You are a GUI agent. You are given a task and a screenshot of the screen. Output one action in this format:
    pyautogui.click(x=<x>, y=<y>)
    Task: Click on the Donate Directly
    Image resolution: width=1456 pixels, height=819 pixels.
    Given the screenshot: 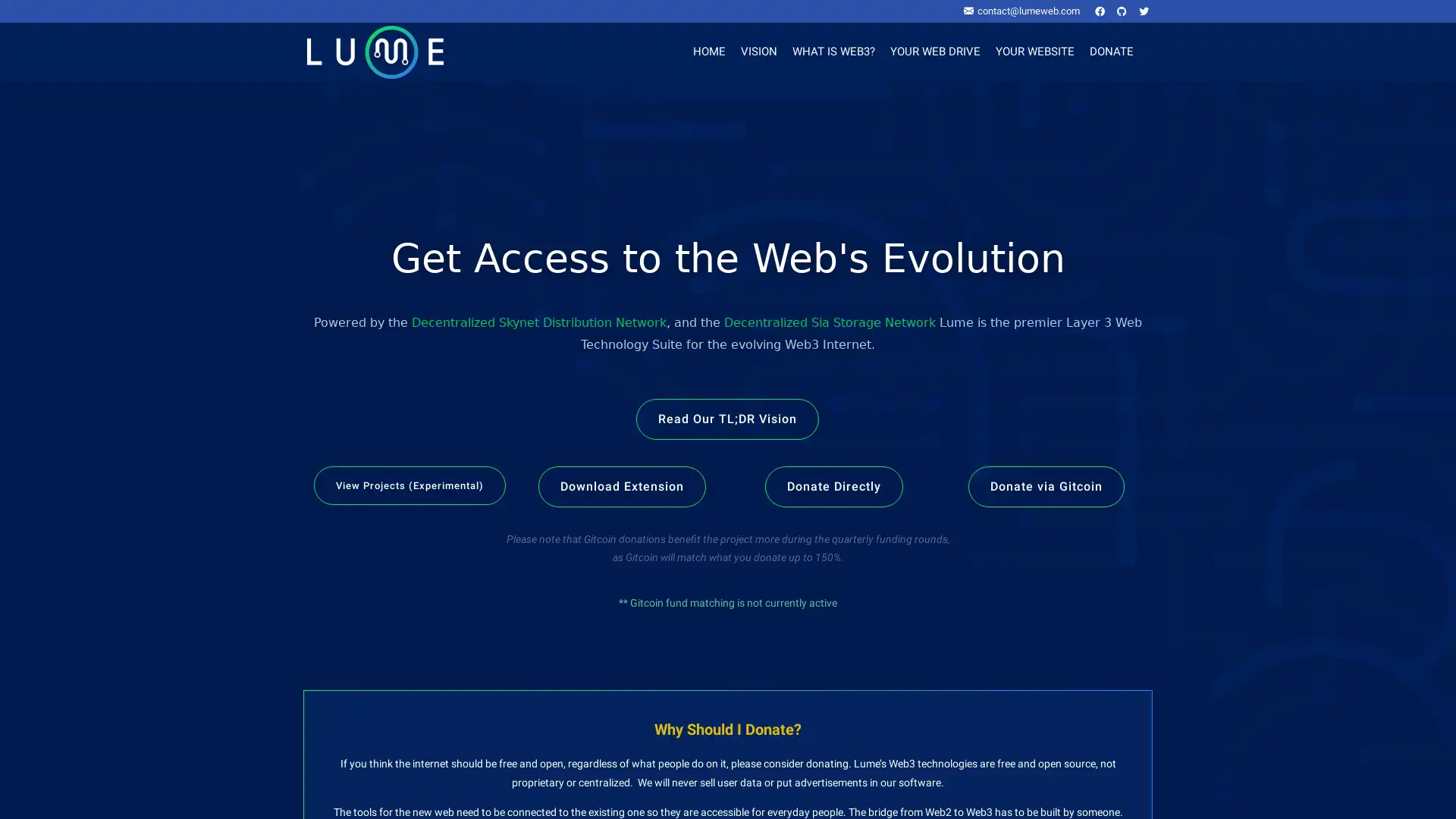 What is the action you would take?
    pyautogui.click(x=833, y=485)
    